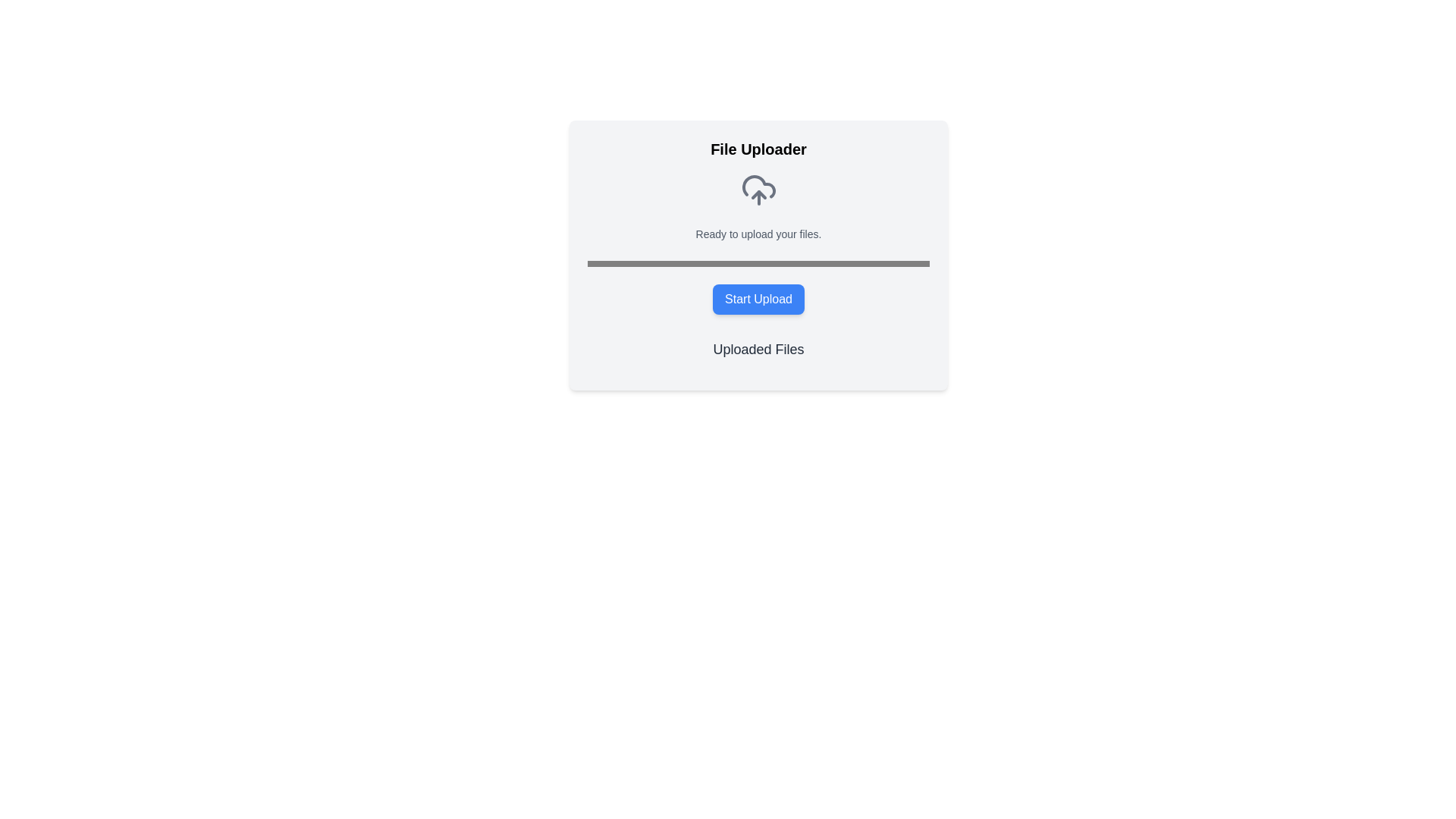 Image resolution: width=1456 pixels, height=819 pixels. What do you see at coordinates (758, 350) in the screenshot?
I see `the text label that reads 'Uploaded Files', which is styled with a larger font size and is located below the 'Start Upload' button in the 'File Uploader' panel` at bounding box center [758, 350].